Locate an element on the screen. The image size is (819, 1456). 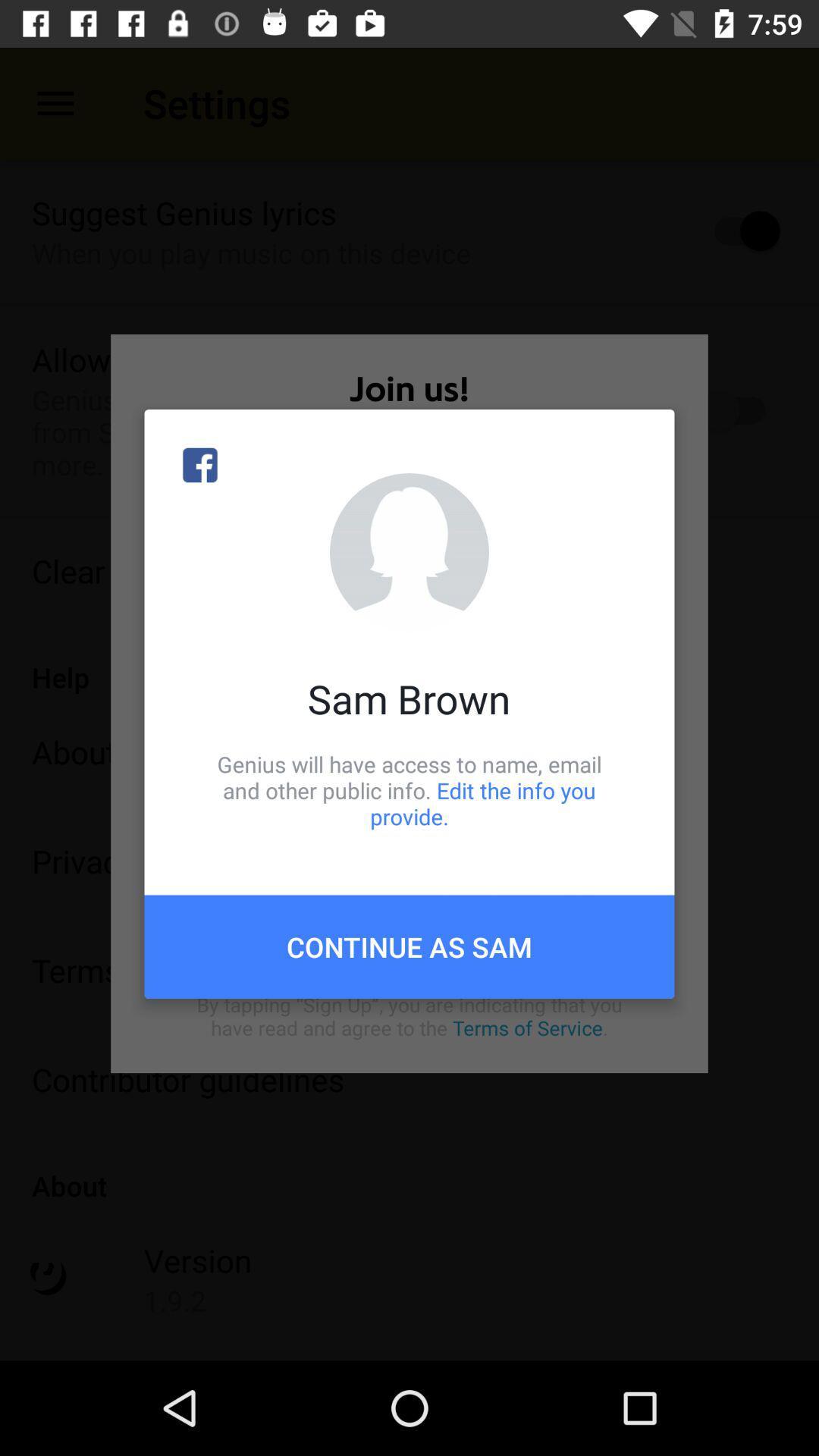
continue as sam icon is located at coordinates (409, 946).